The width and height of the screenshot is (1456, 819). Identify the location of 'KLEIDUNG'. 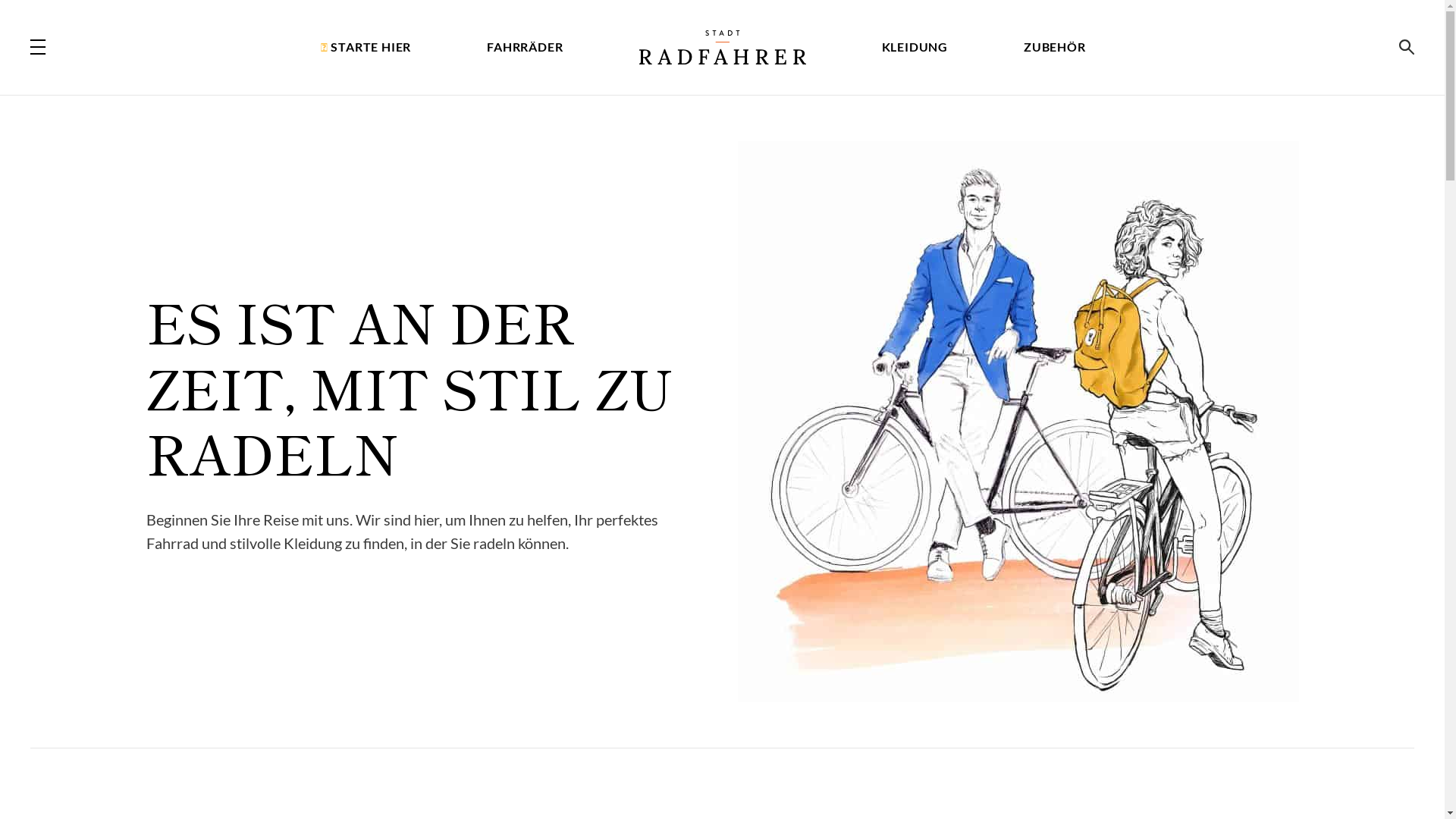
(913, 45).